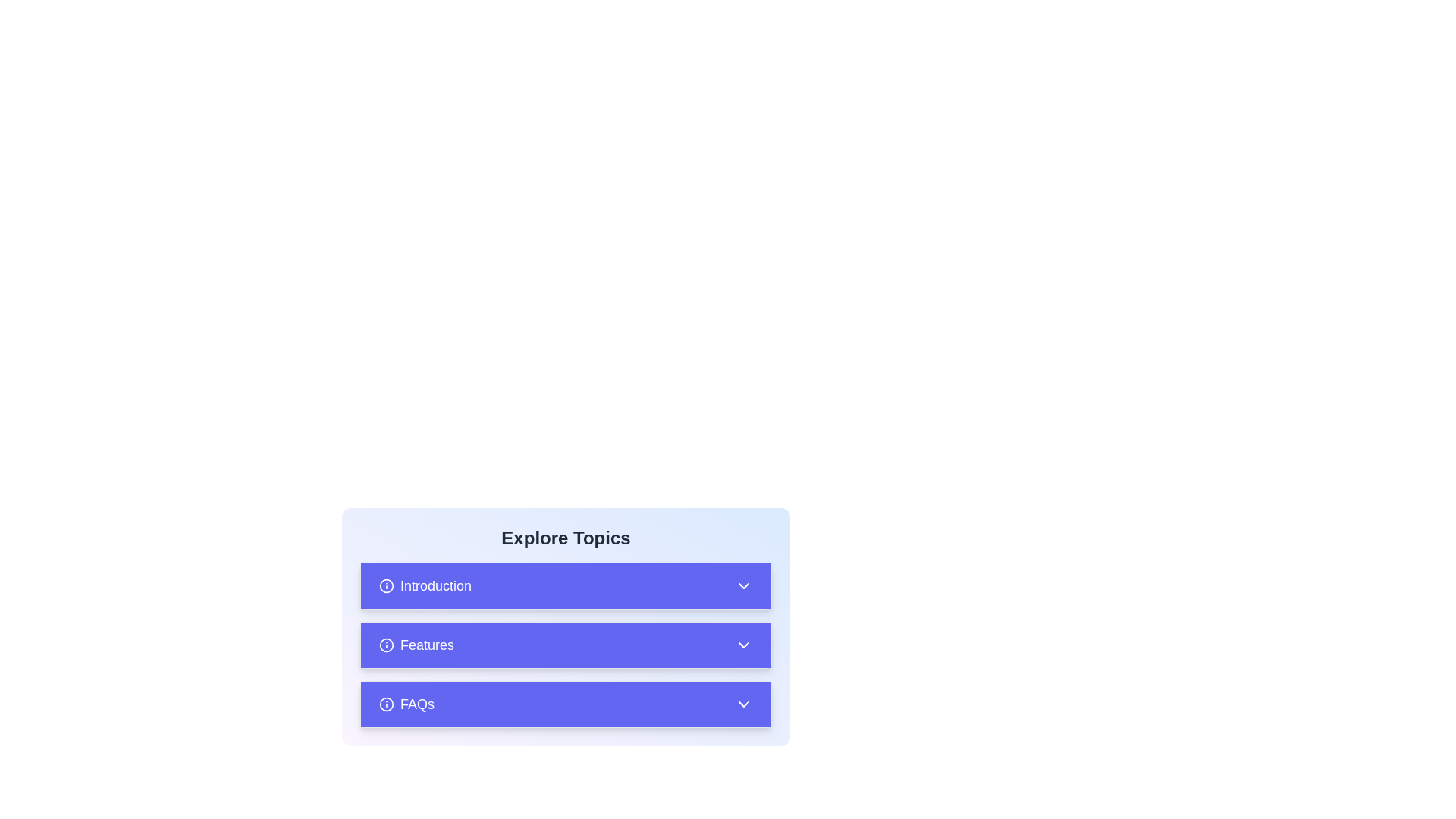 The height and width of the screenshot is (819, 1456). Describe the element at coordinates (565, 704) in the screenshot. I see `the third button in the vertically stacked list, located below the 'Features' button` at that location.